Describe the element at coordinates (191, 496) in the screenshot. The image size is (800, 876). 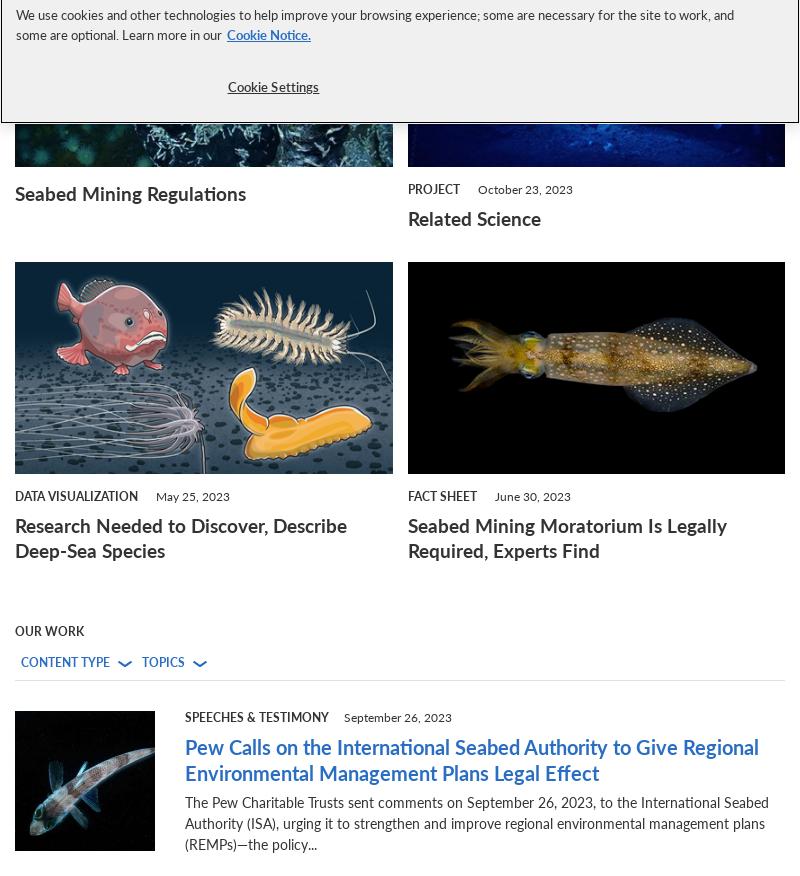
I see `'May 25, 2023'` at that location.